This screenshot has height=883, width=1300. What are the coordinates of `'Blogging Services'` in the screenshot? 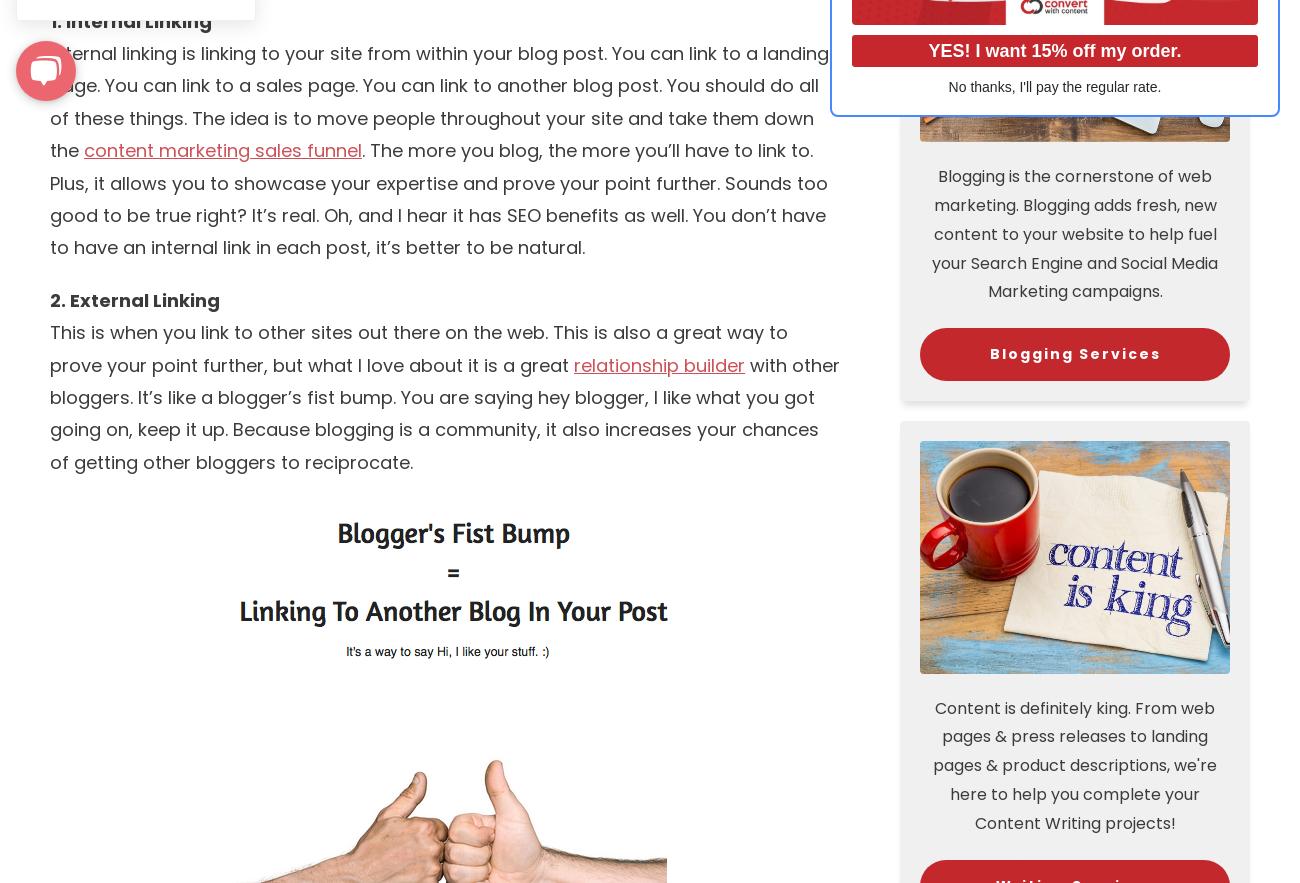 It's located at (1074, 353).